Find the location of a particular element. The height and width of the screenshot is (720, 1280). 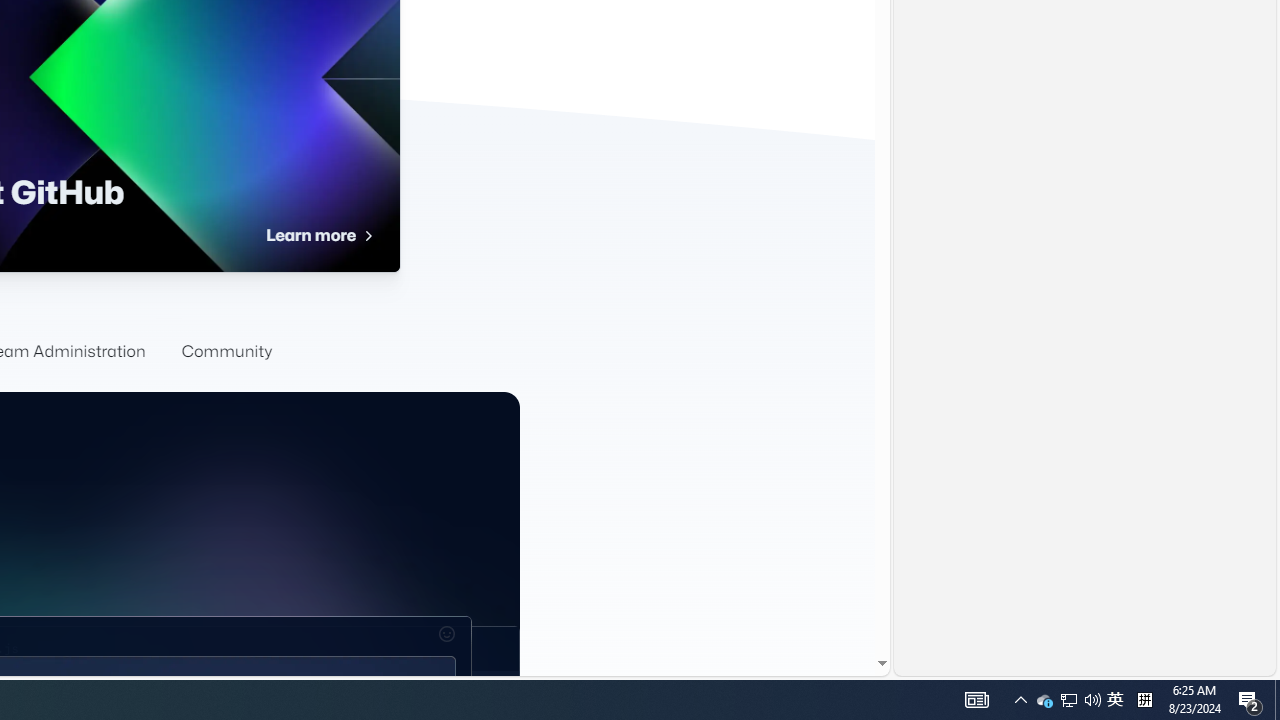

'Community' is located at coordinates (226, 351).